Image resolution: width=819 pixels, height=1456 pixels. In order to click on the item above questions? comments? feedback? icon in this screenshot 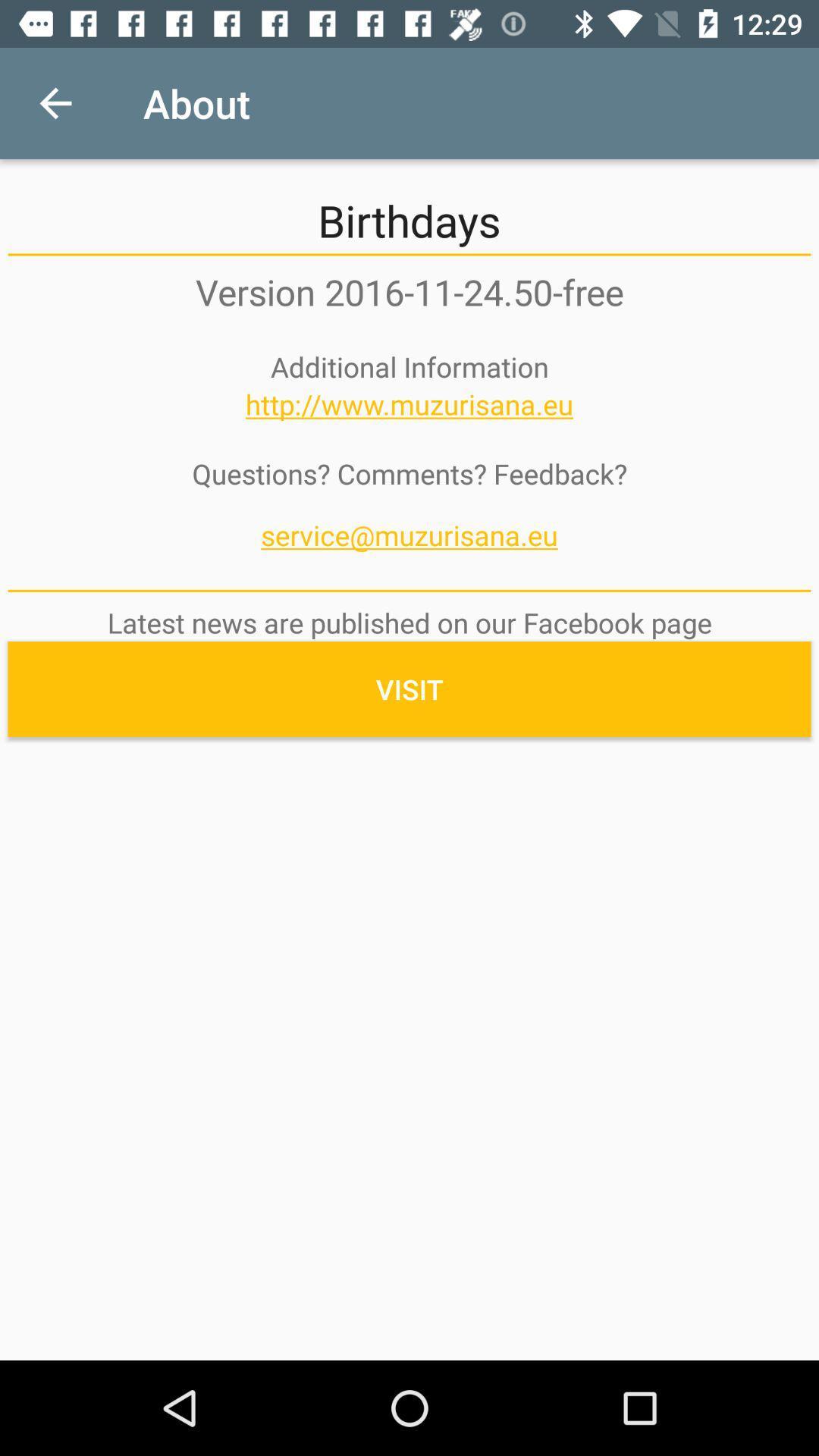, I will do `click(409, 404)`.